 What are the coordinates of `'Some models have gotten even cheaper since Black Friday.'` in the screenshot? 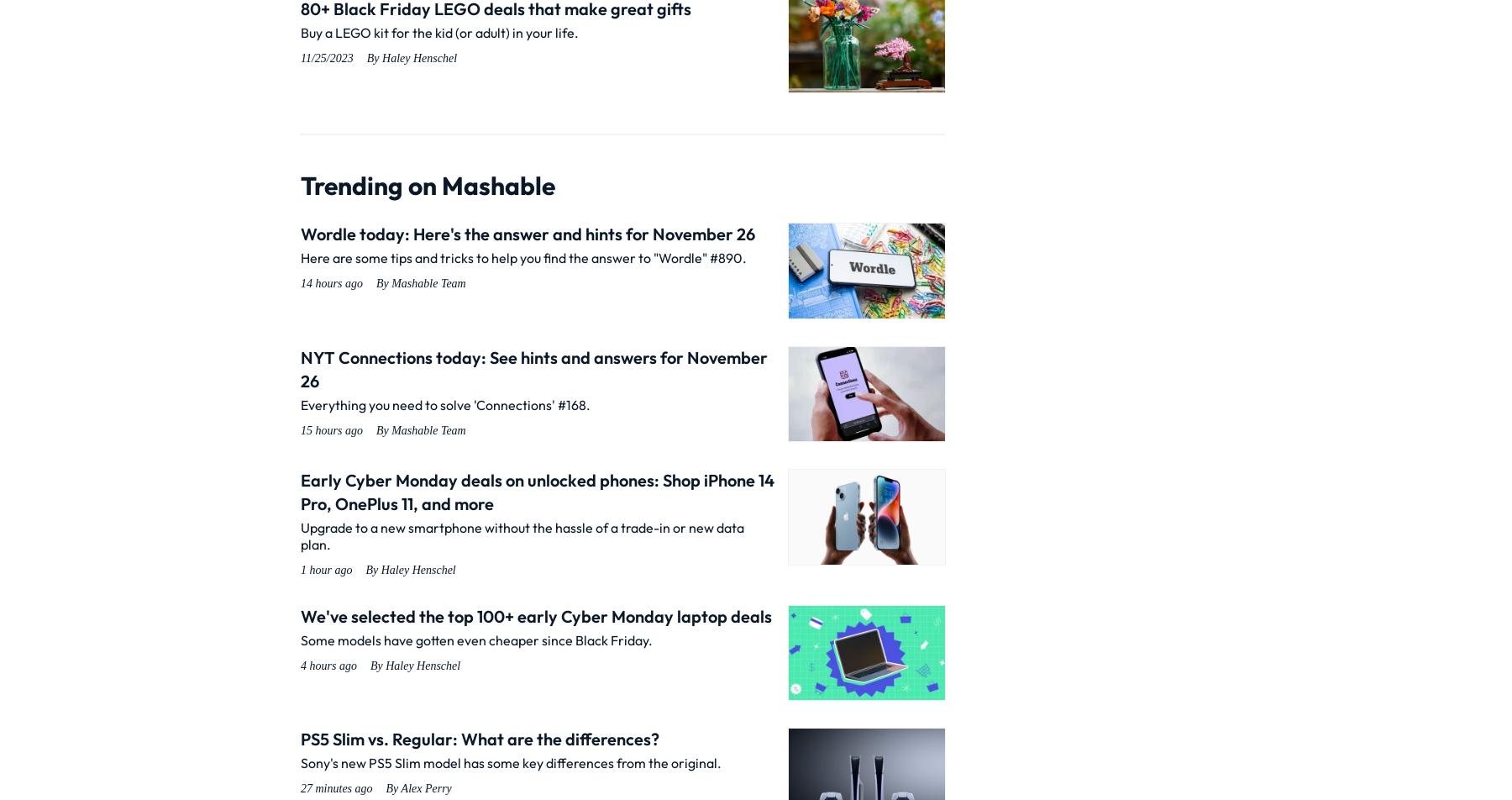 It's located at (476, 639).